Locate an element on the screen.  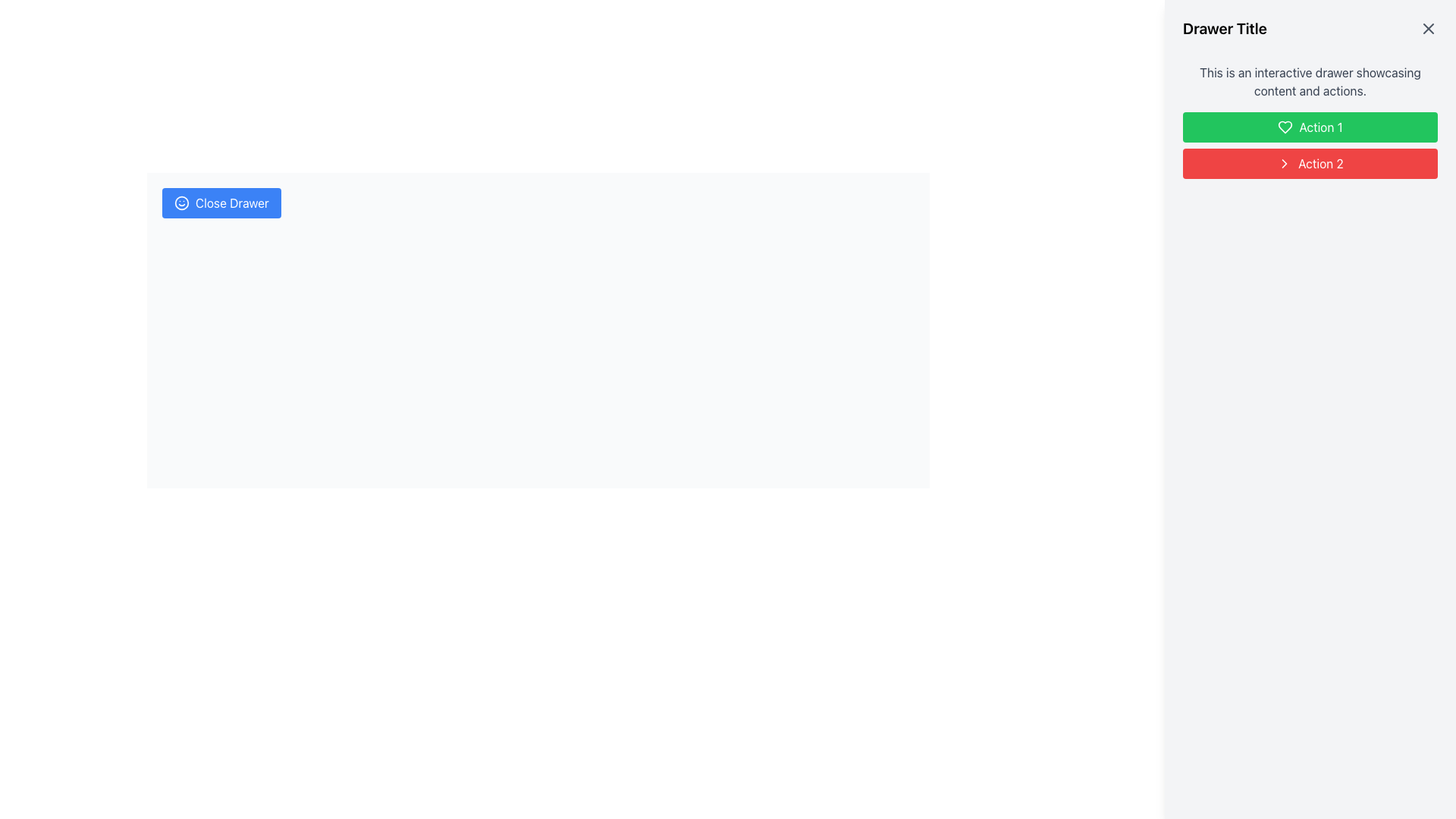
the 'Action 2' button located below the 'Action 1' button in the right-side drawer, which has a white font on a red background and rounded corners is located at coordinates (1320, 164).